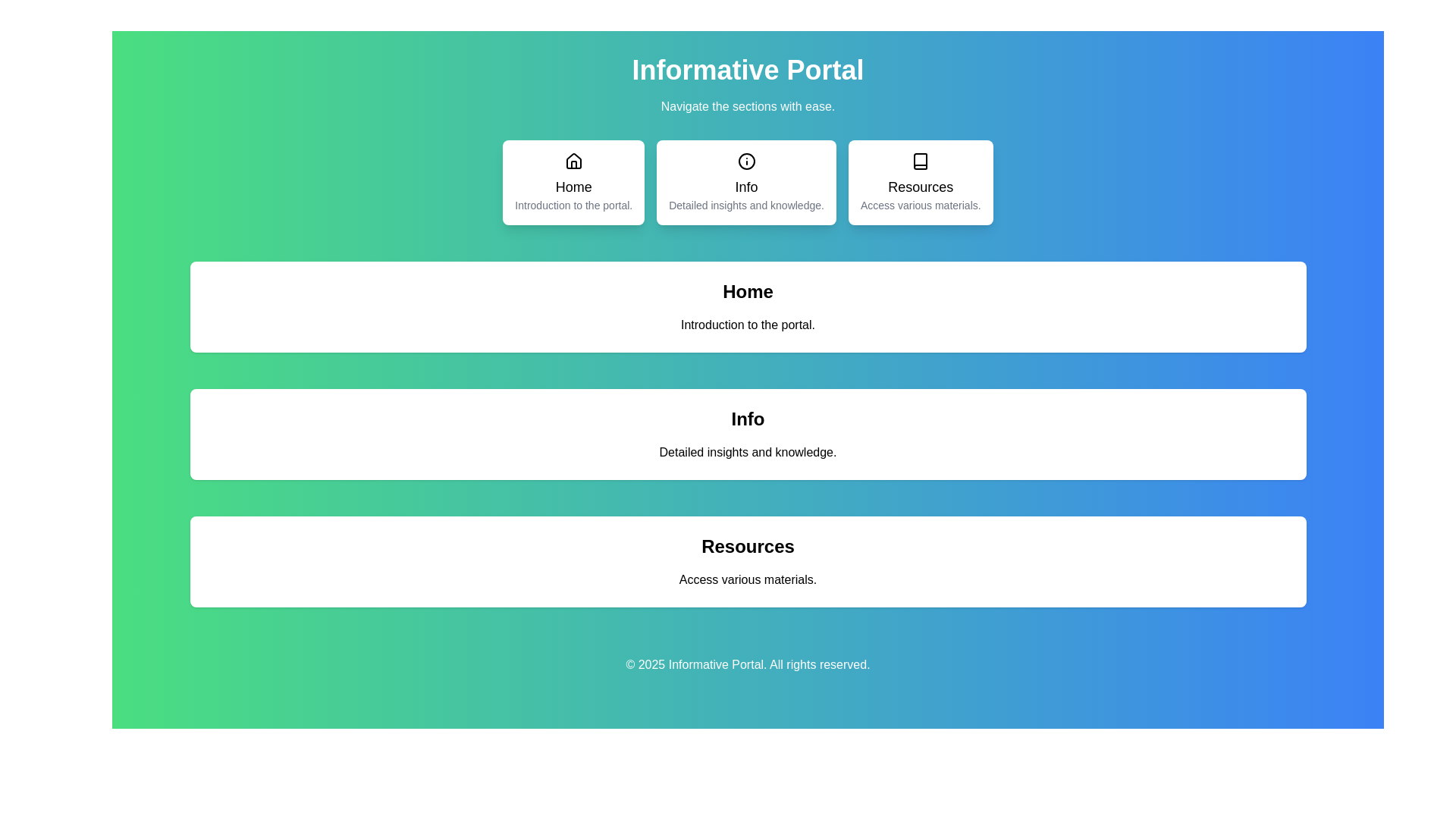 Image resolution: width=1456 pixels, height=819 pixels. Describe the element at coordinates (746, 205) in the screenshot. I see `the static text content that serves as a descriptive subtitle for the 'Info' card, located centrally in the second column of a three-column layout` at that location.